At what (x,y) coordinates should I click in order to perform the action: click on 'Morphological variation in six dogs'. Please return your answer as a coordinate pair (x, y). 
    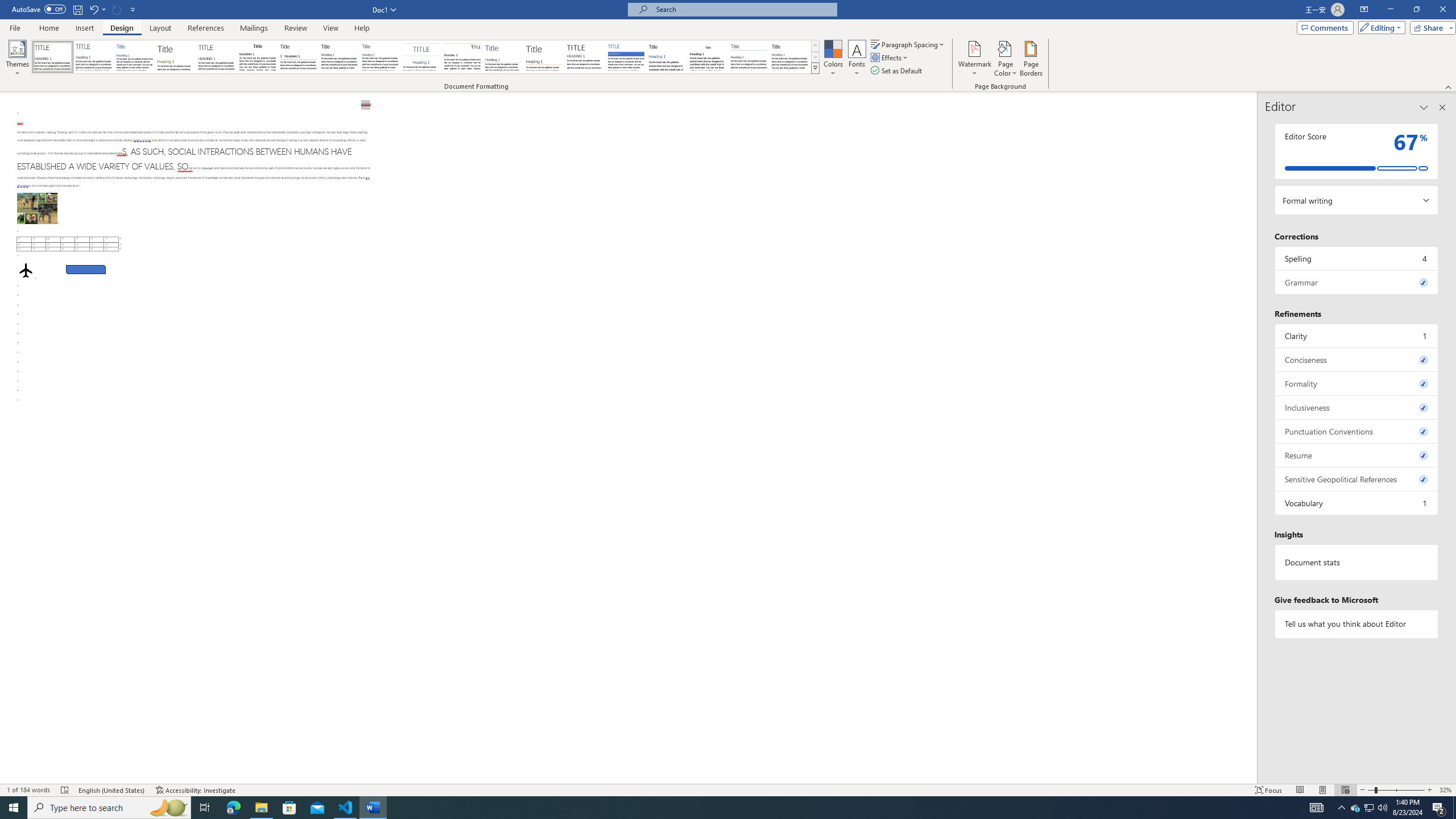
    Looking at the image, I should click on (37, 208).